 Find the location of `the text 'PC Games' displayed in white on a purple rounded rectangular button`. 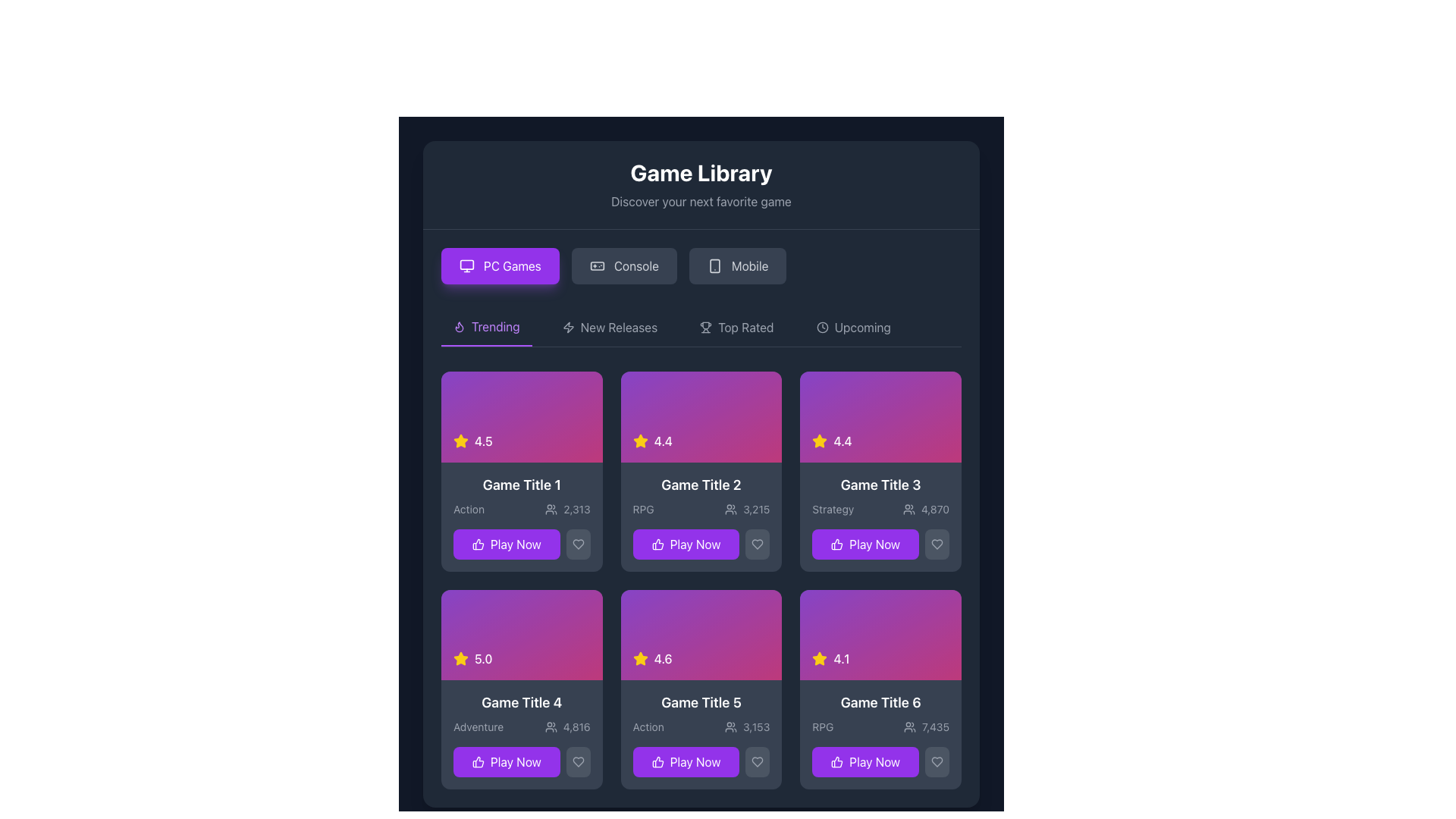

the text 'PC Games' displayed in white on a purple rounded rectangular button is located at coordinates (512, 265).